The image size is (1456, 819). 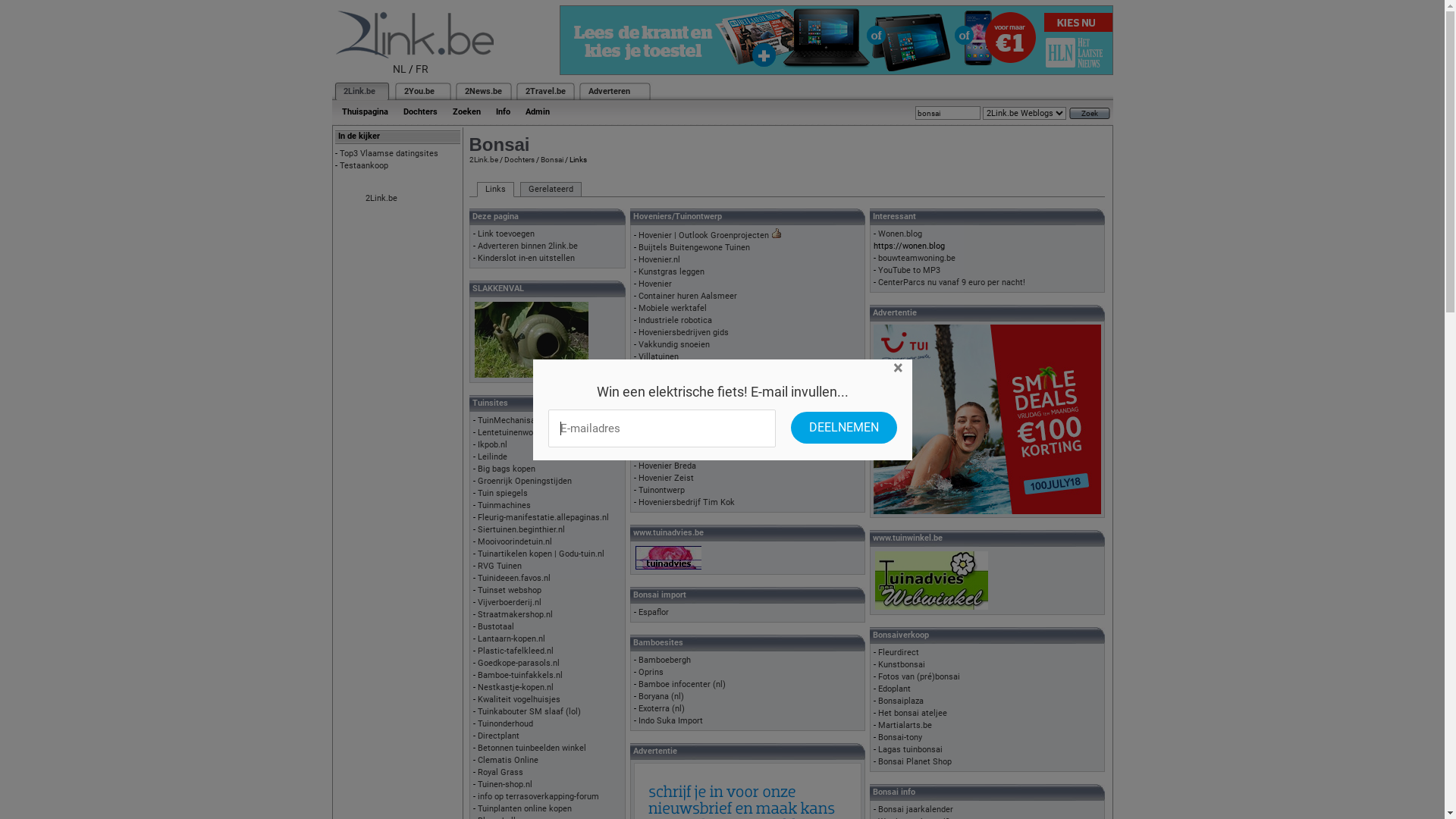 I want to click on 'Kunstgras leggen', so click(x=670, y=271).